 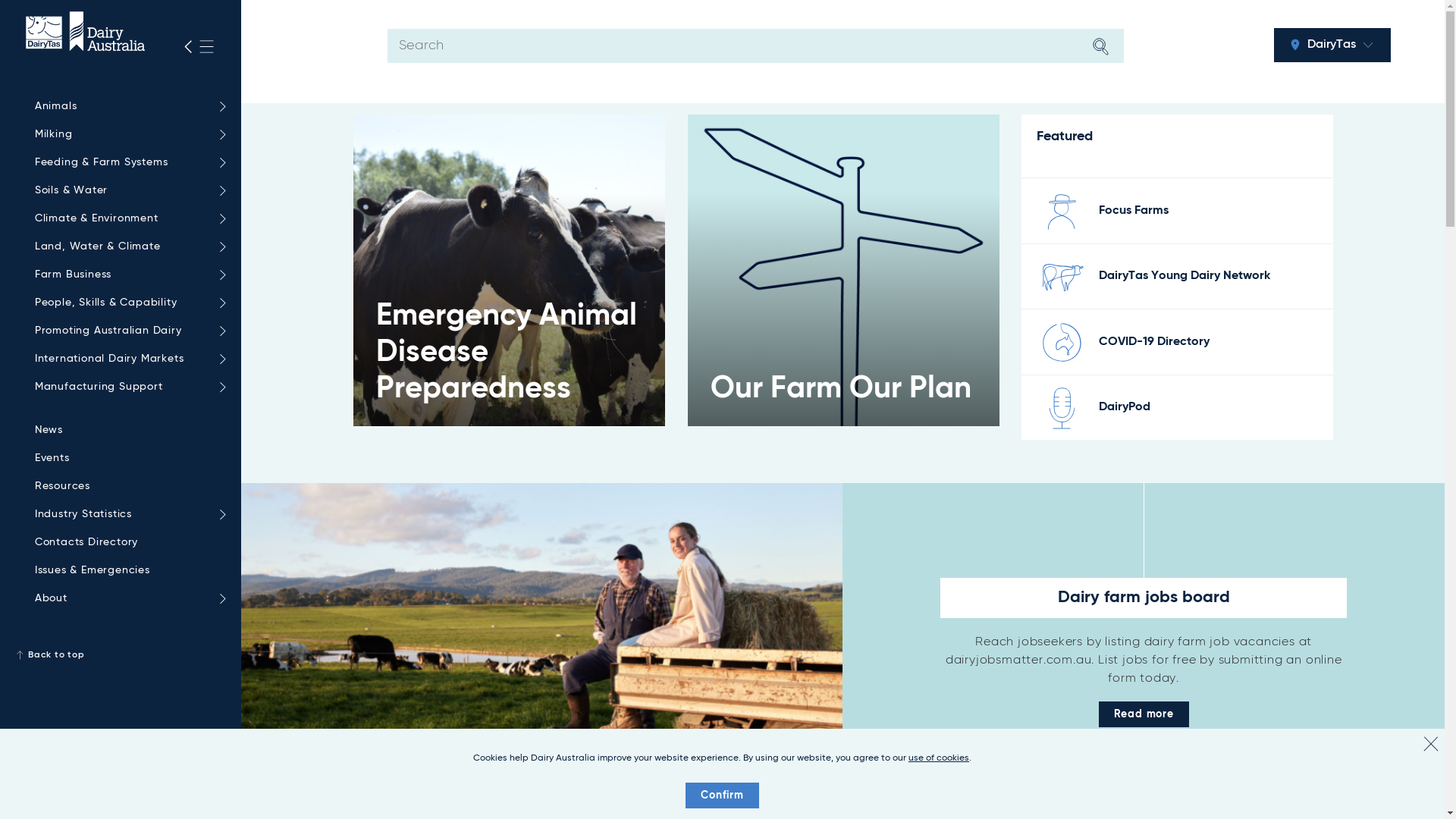 I want to click on 'use of cookies', so click(x=938, y=758).